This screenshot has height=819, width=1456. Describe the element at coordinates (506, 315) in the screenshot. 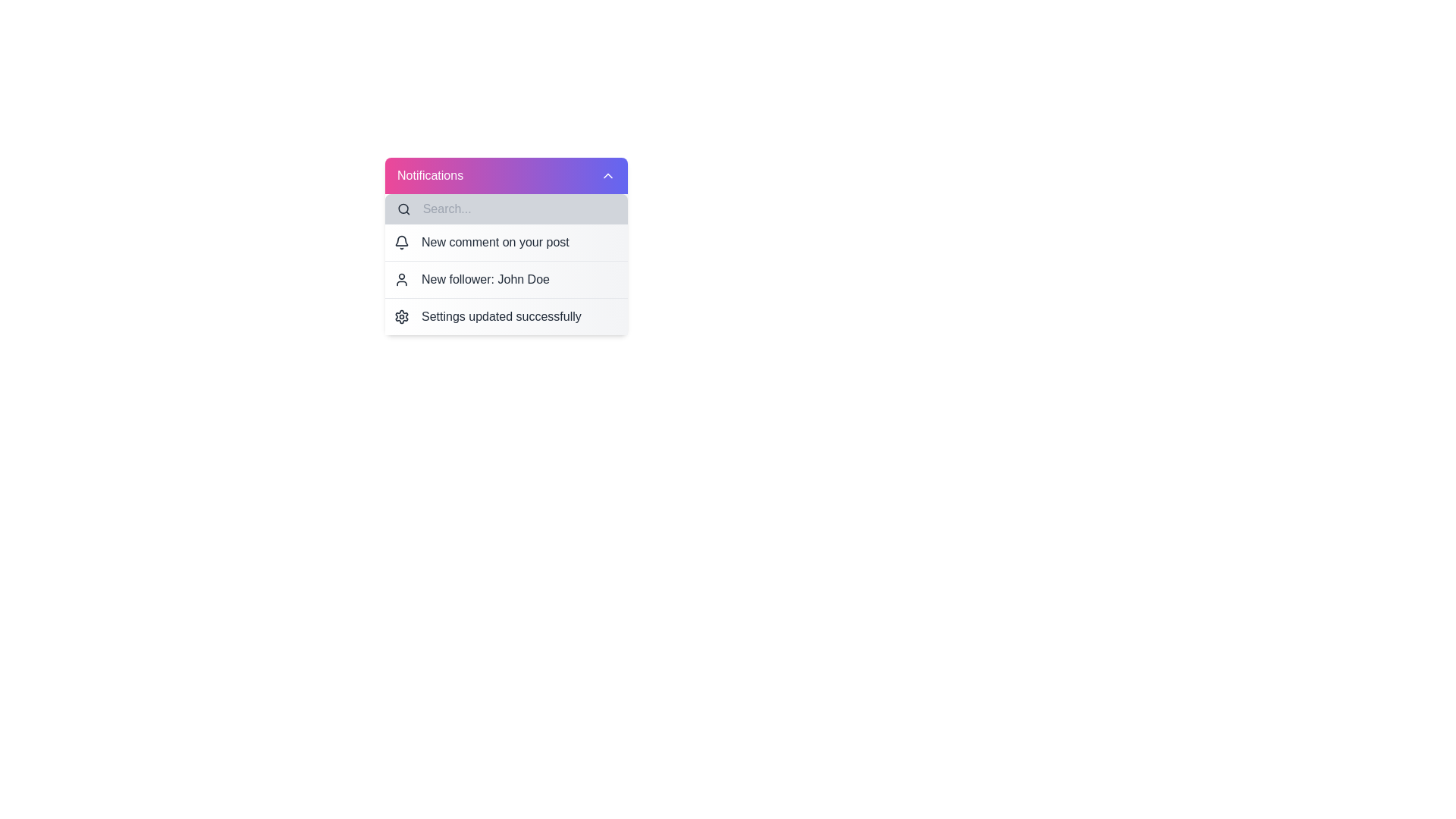

I see `the notification item Settings updated successfully to highlight it` at that location.